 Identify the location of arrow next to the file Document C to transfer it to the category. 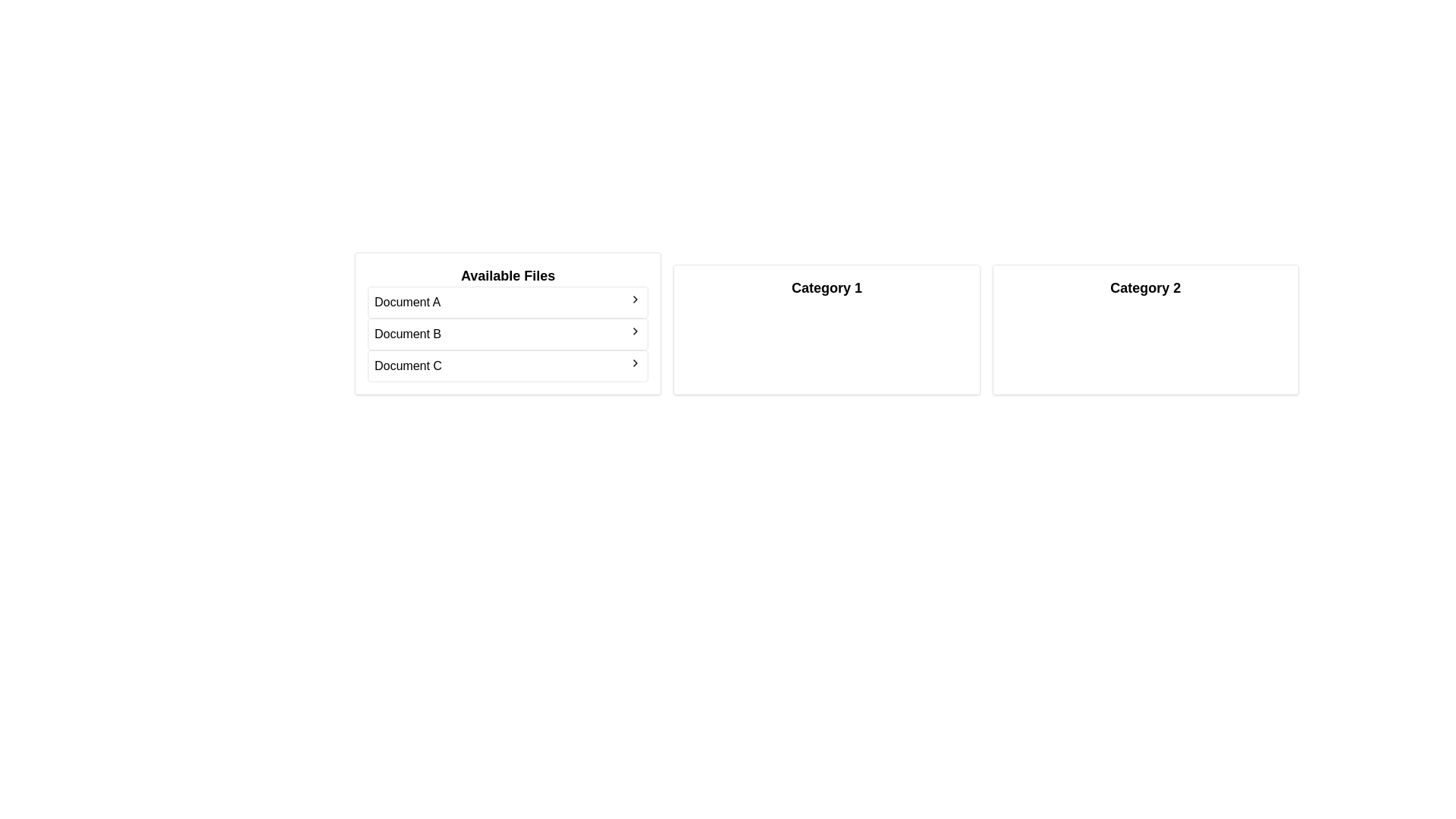
(635, 362).